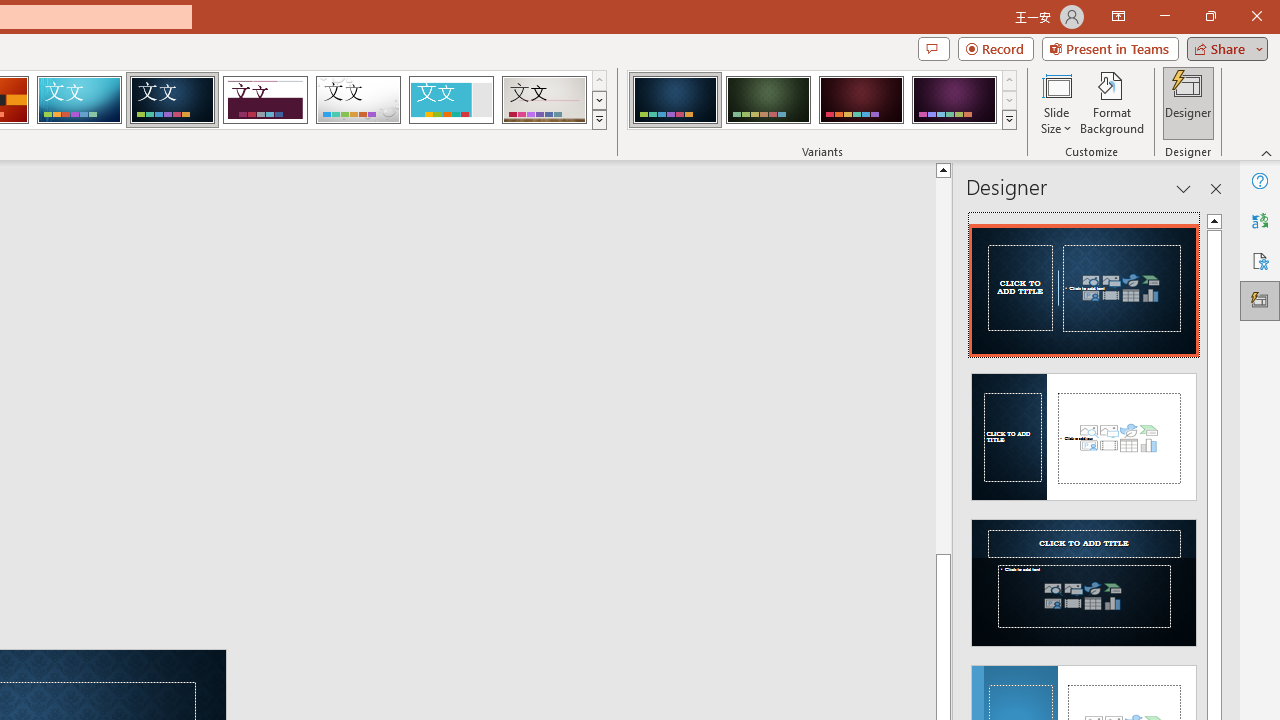 This screenshot has width=1280, height=720. Describe the element at coordinates (598, 120) in the screenshot. I see `'Themes'` at that location.